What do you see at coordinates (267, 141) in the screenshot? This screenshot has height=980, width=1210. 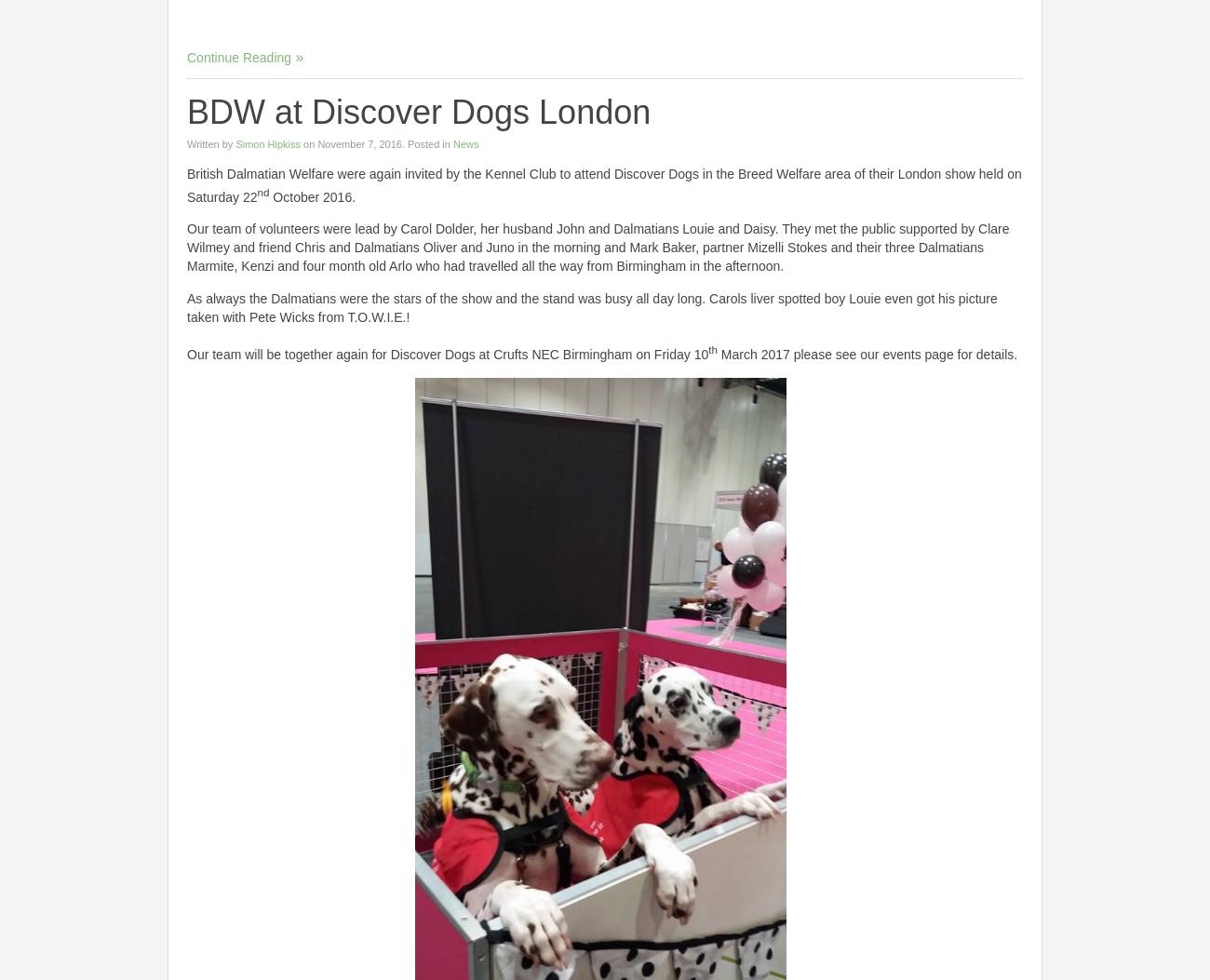 I see `'Simon Hipkiss'` at bounding box center [267, 141].